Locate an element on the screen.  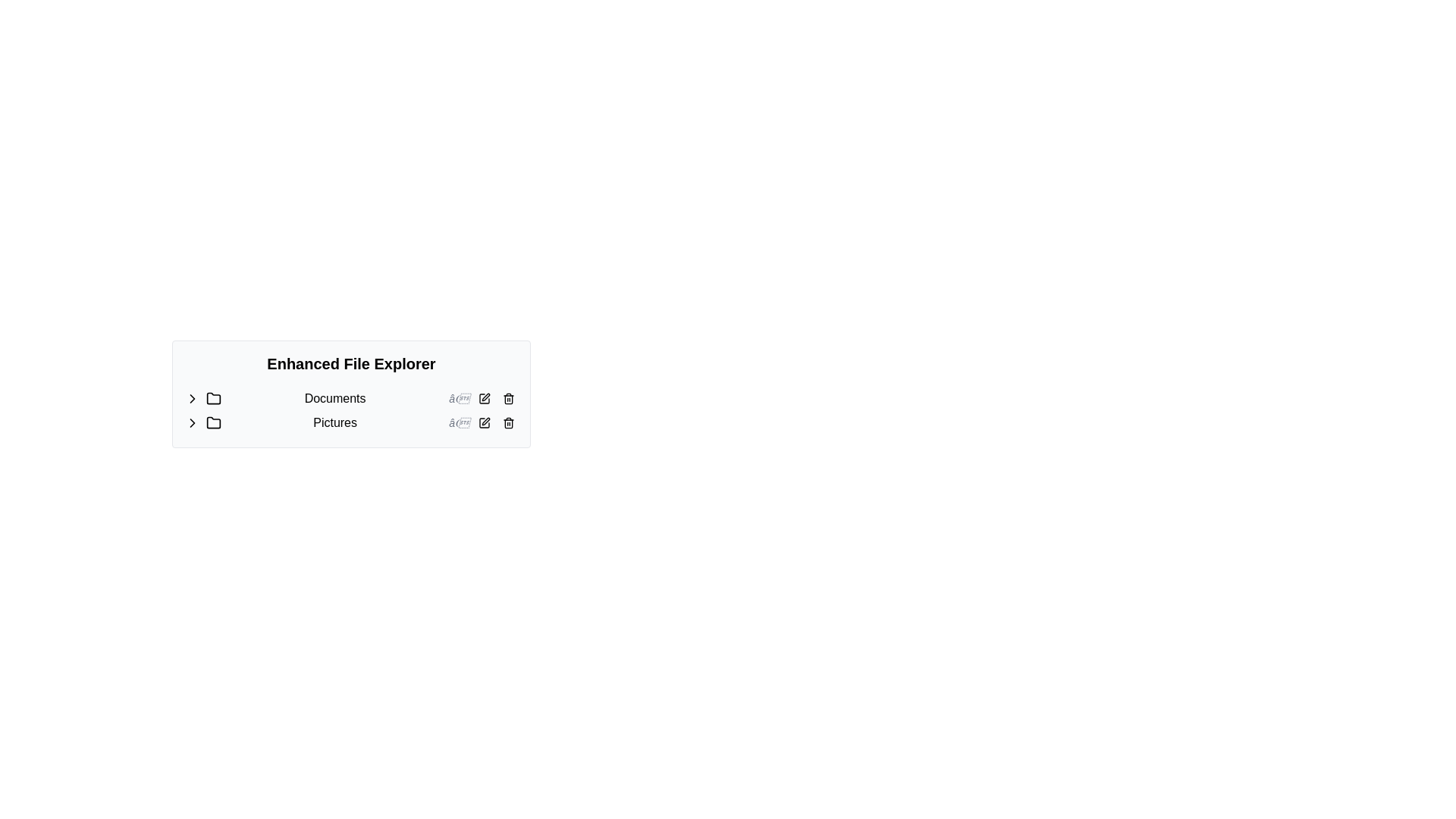
the 'Pictures' text label, which is part of the second item is located at coordinates (334, 423).